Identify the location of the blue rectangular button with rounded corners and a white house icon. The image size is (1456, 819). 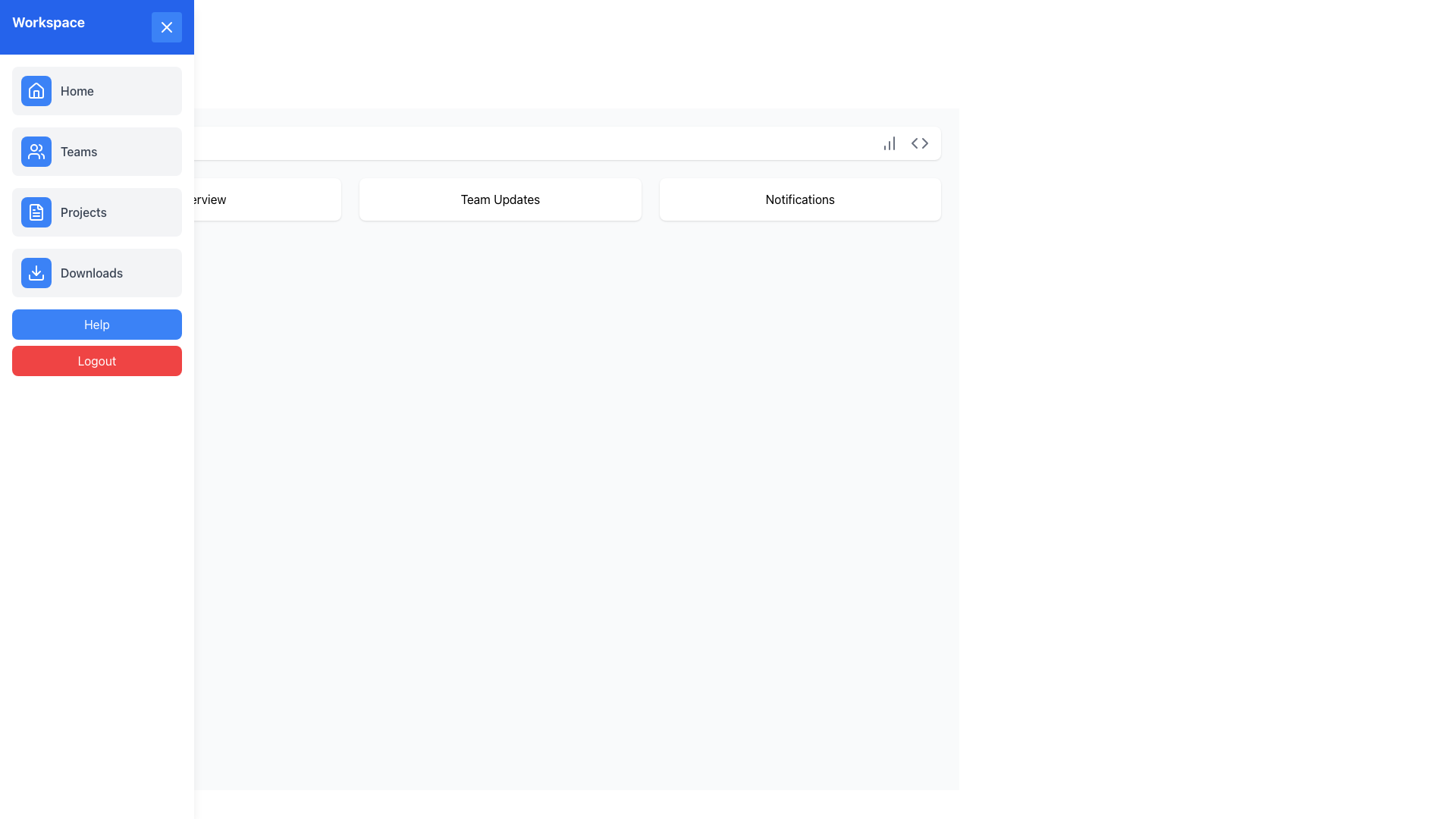
(36, 90).